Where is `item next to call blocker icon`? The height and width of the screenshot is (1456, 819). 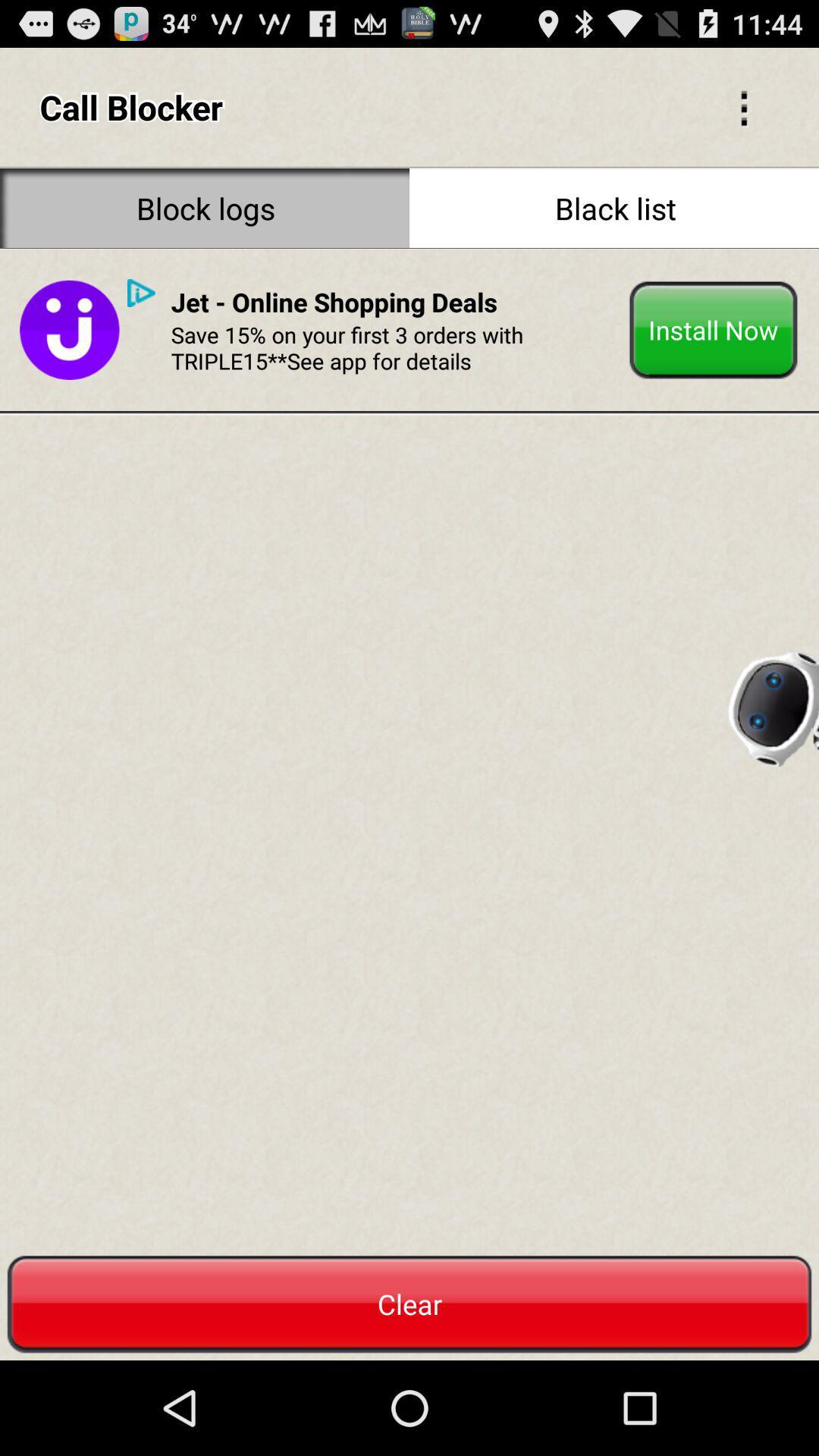 item next to call blocker icon is located at coordinates (743, 106).